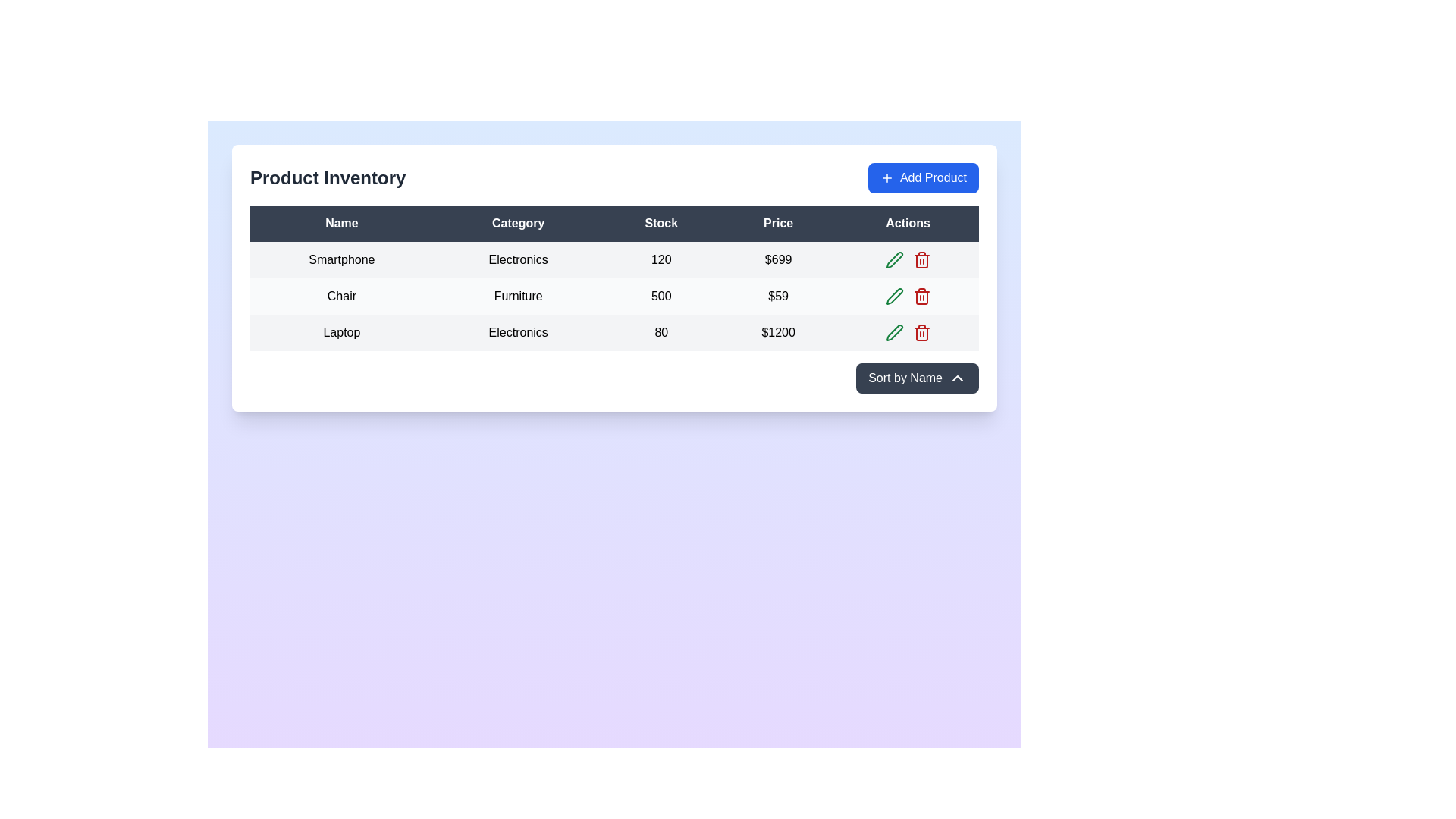 The height and width of the screenshot is (819, 1456). What do you see at coordinates (778, 223) in the screenshot?
I see `the 'Price' column header label in the table, which is the fourth column header located between the 'Stock' and 'Actions' columns` at bounding box center [778, 223].